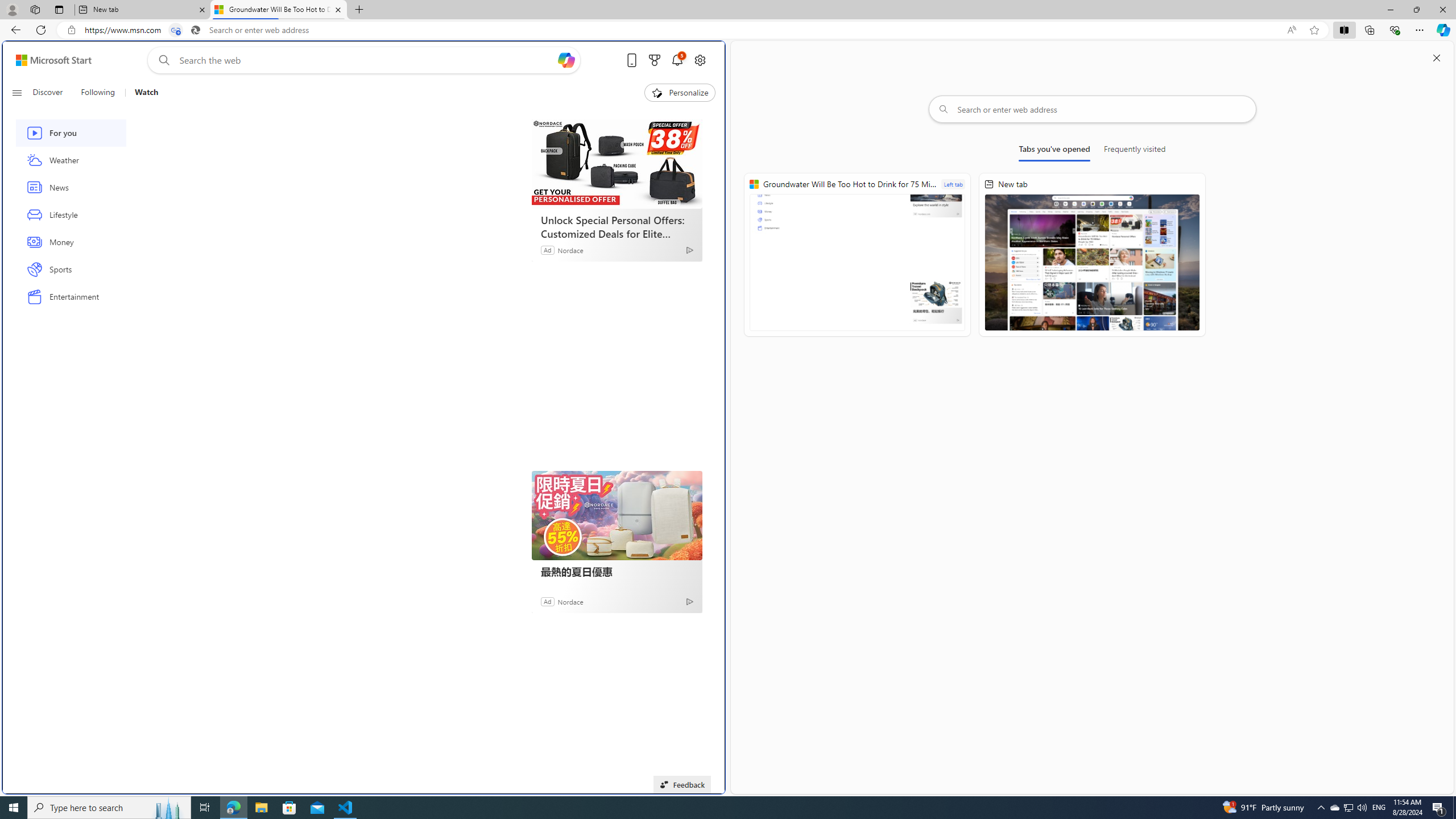  What do you see at coordinates (16, 92) in the screenshot?
I see `'Class: button-glyph'` at bounding box center [16, 92].